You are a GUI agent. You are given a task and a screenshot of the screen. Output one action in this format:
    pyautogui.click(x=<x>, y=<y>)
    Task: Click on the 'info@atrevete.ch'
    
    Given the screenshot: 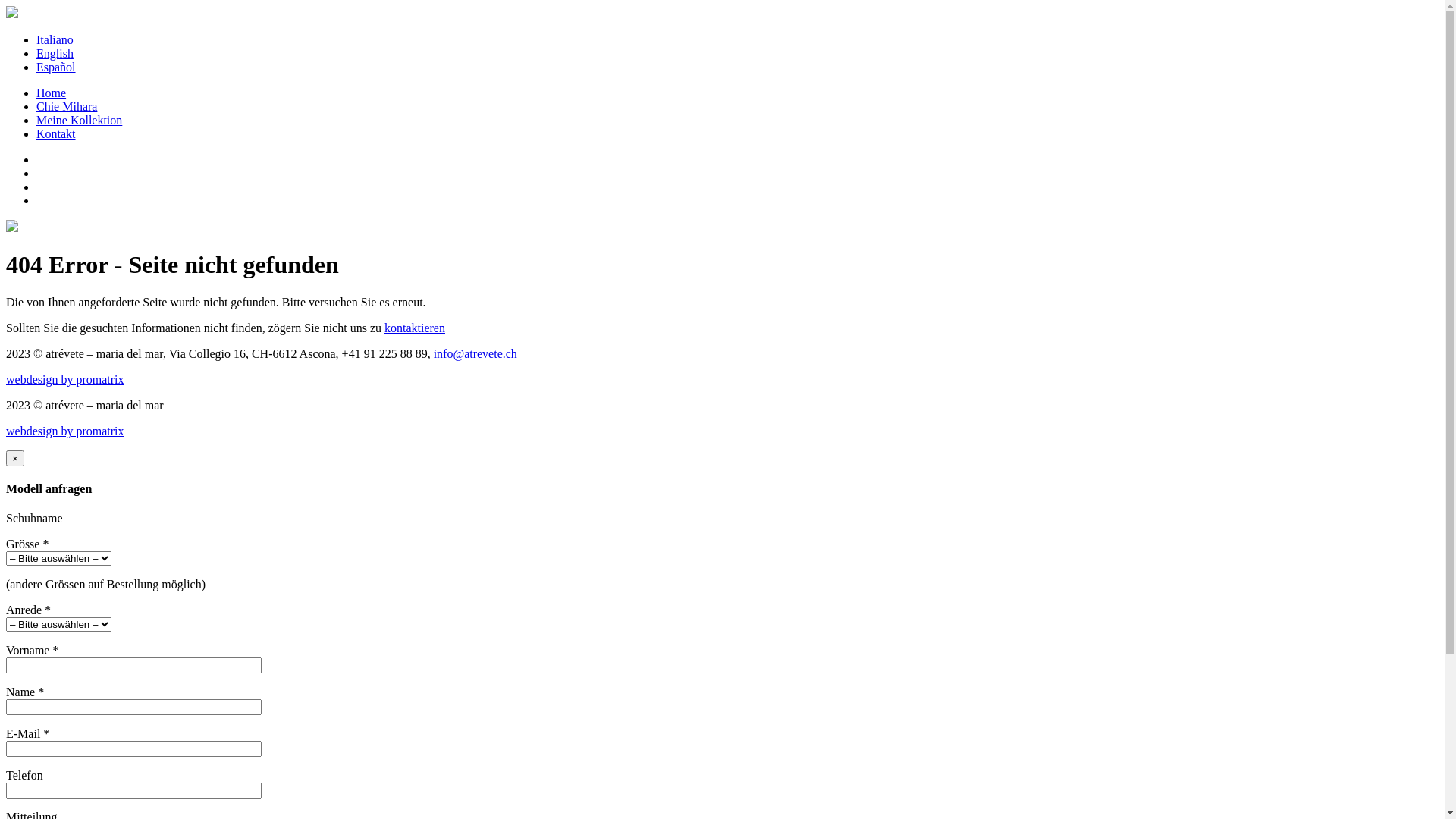 What is the action you would take?
    pyautogui.click(x=475, y=353)
    